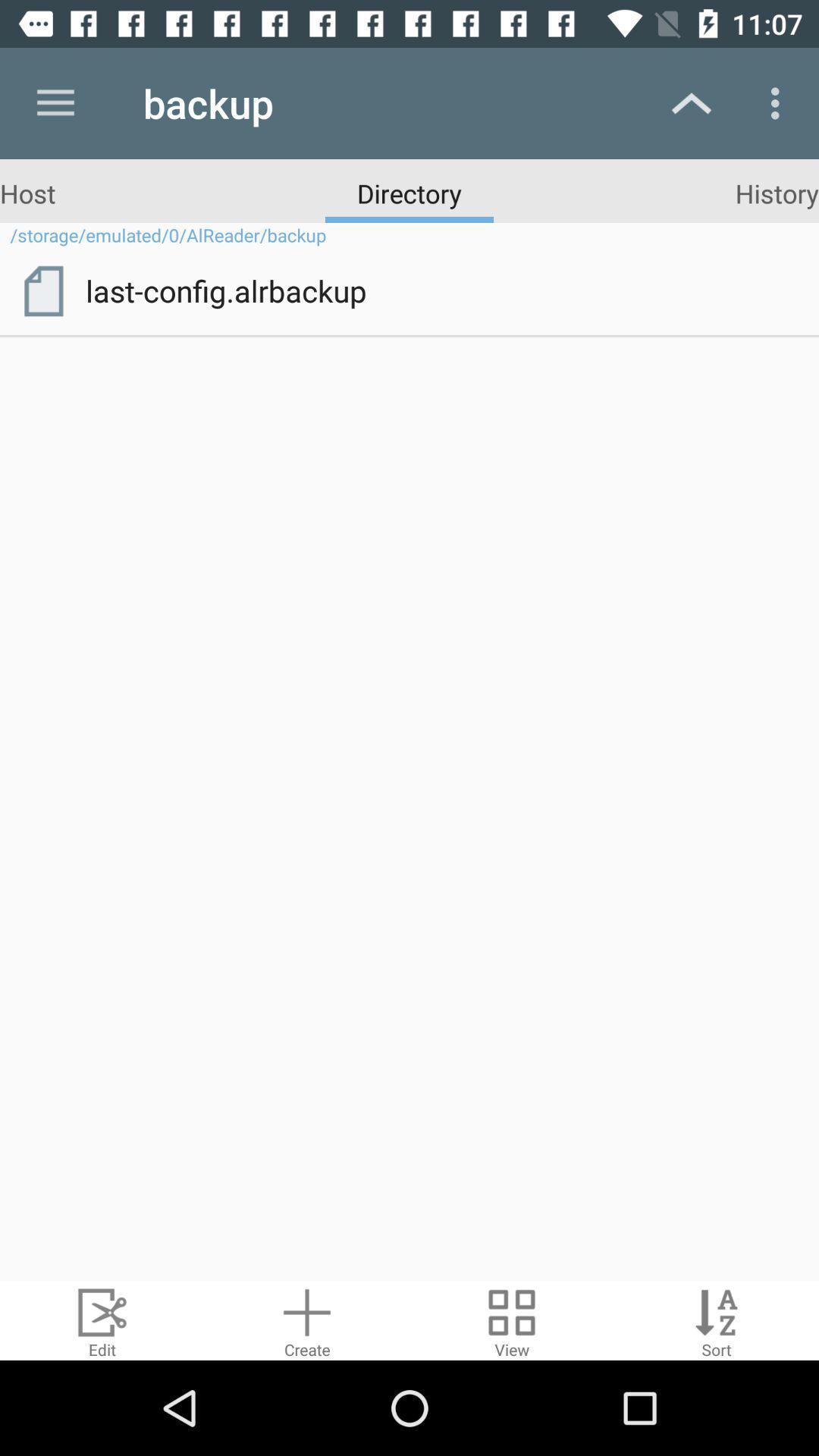  I want to click on create, so click(307, 1319).